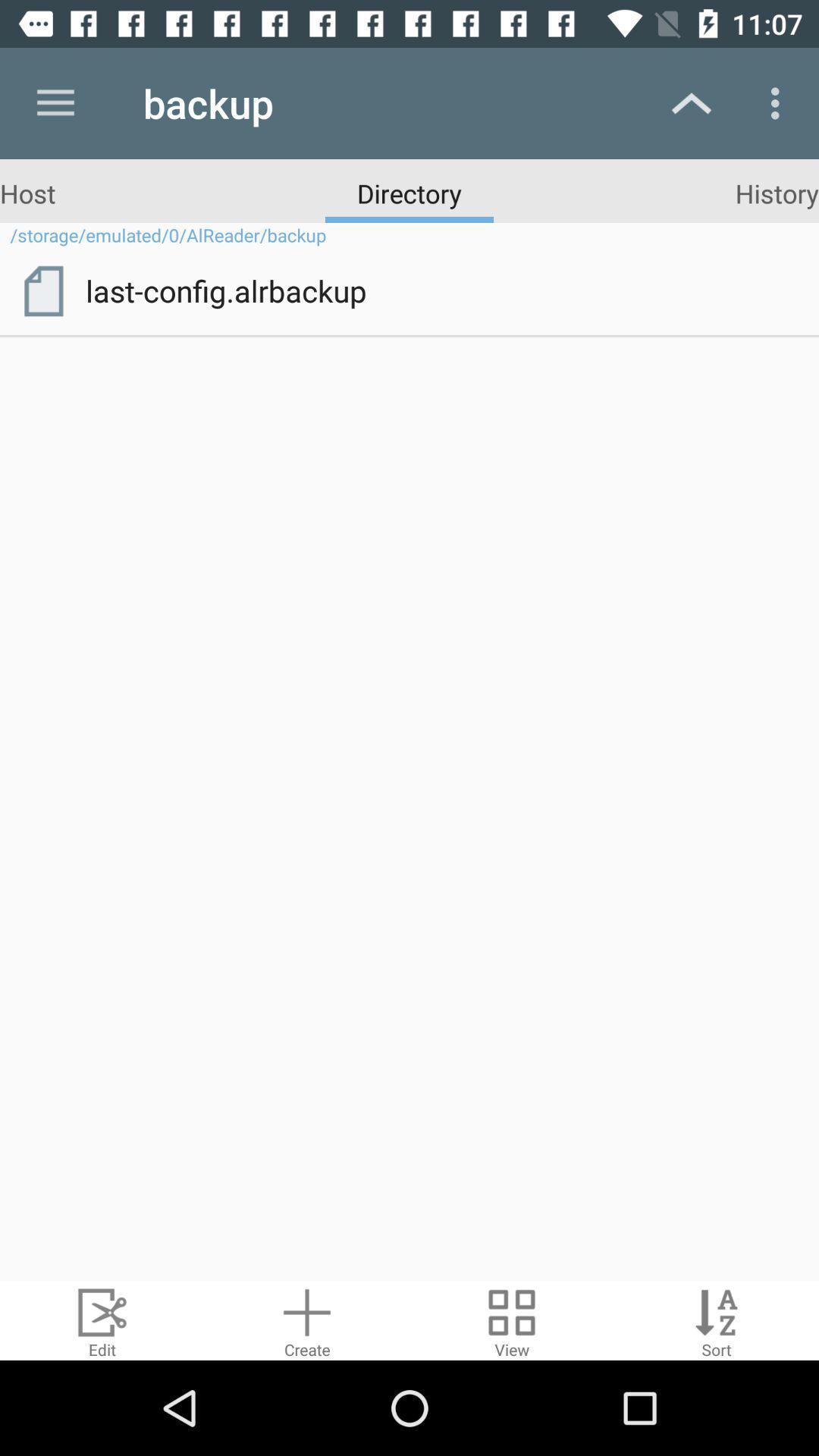  I want to click on create, so click(307, 1319).